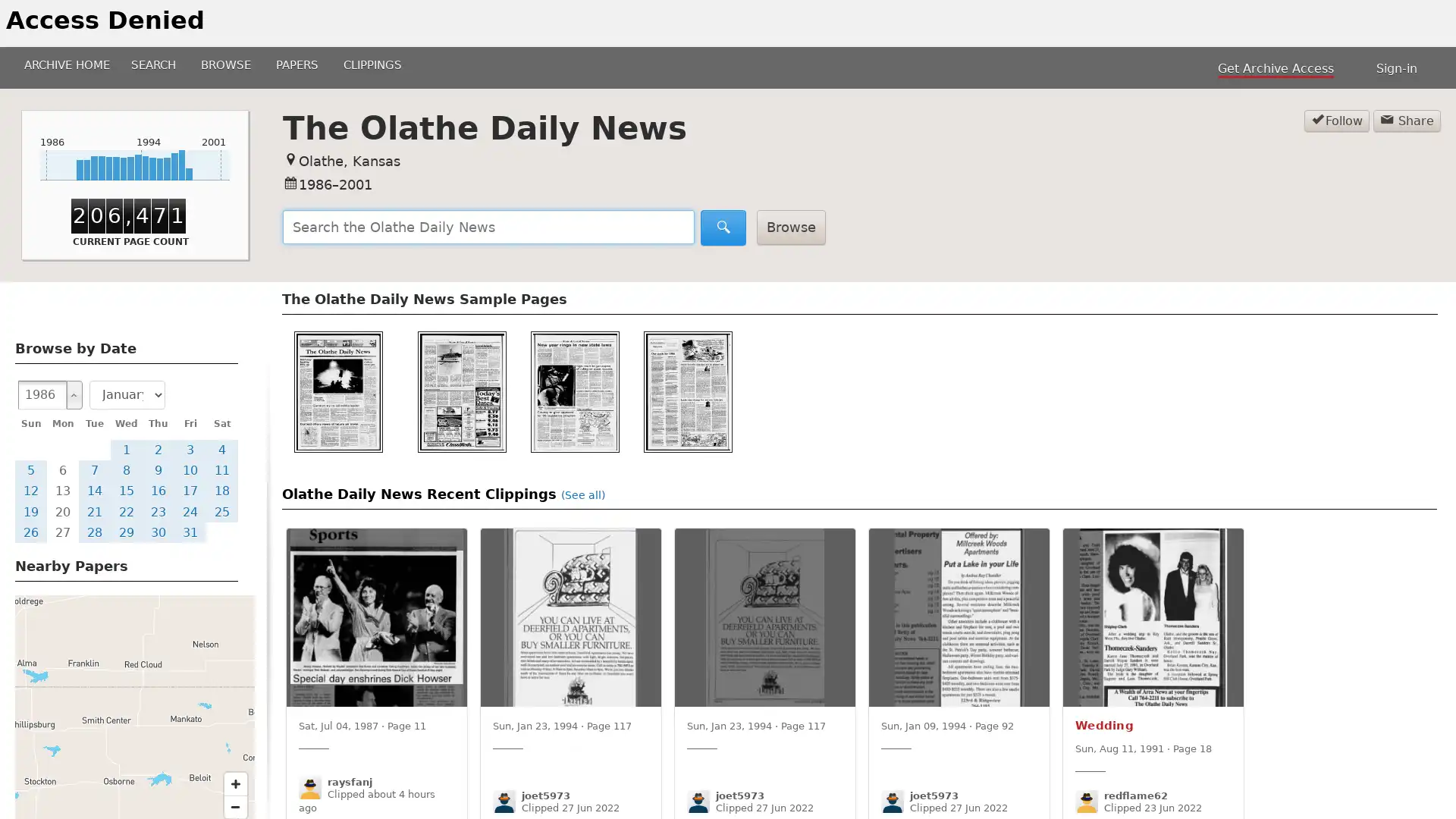 This screenshot has height=819, width=1456. What do you see at coordinates (73, 394) in the screenshot?
I see `Show All Items` at bounding box center [73, 394].